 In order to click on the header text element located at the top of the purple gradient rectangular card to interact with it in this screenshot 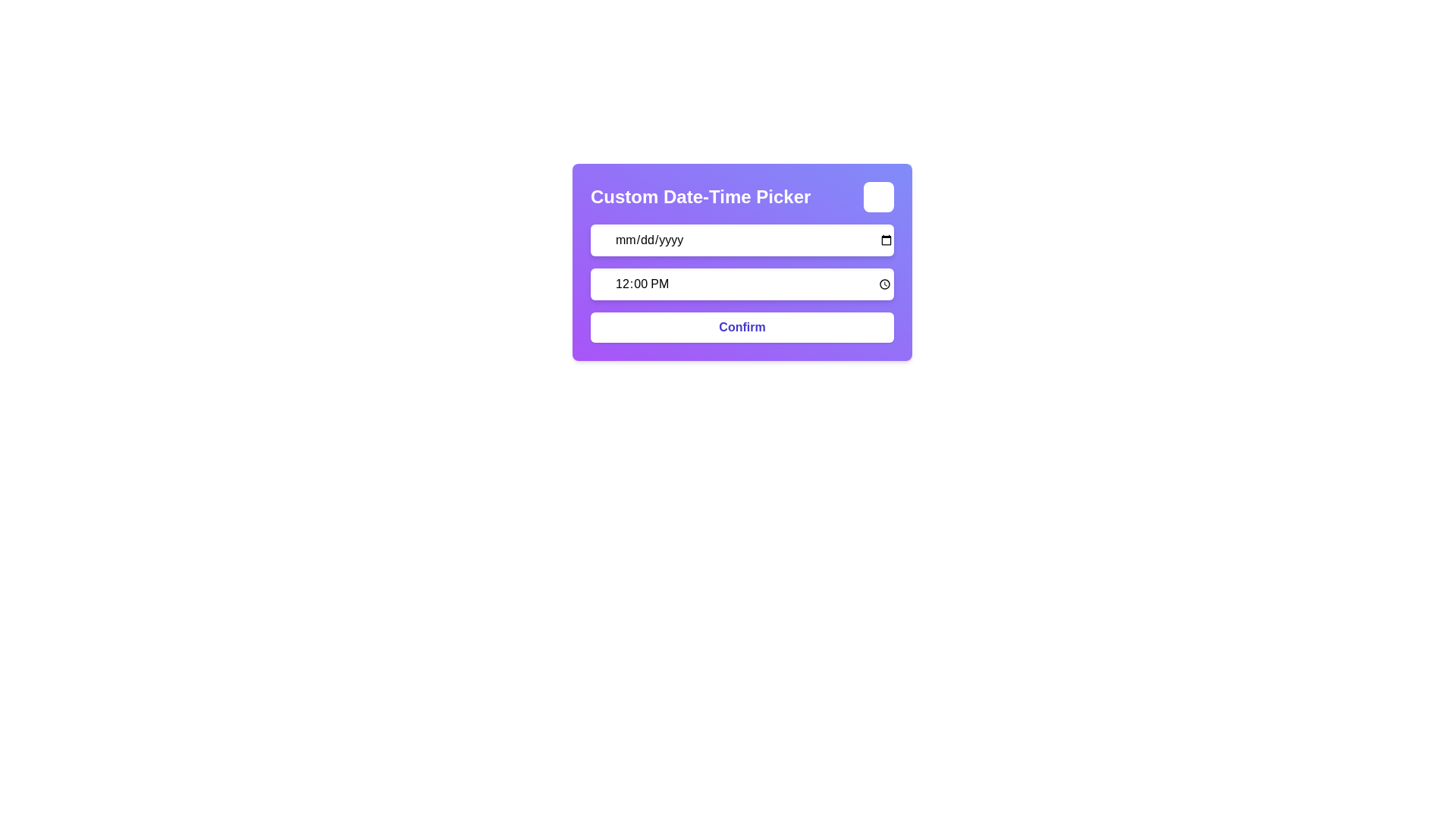, I will do `click(742, 196)`.